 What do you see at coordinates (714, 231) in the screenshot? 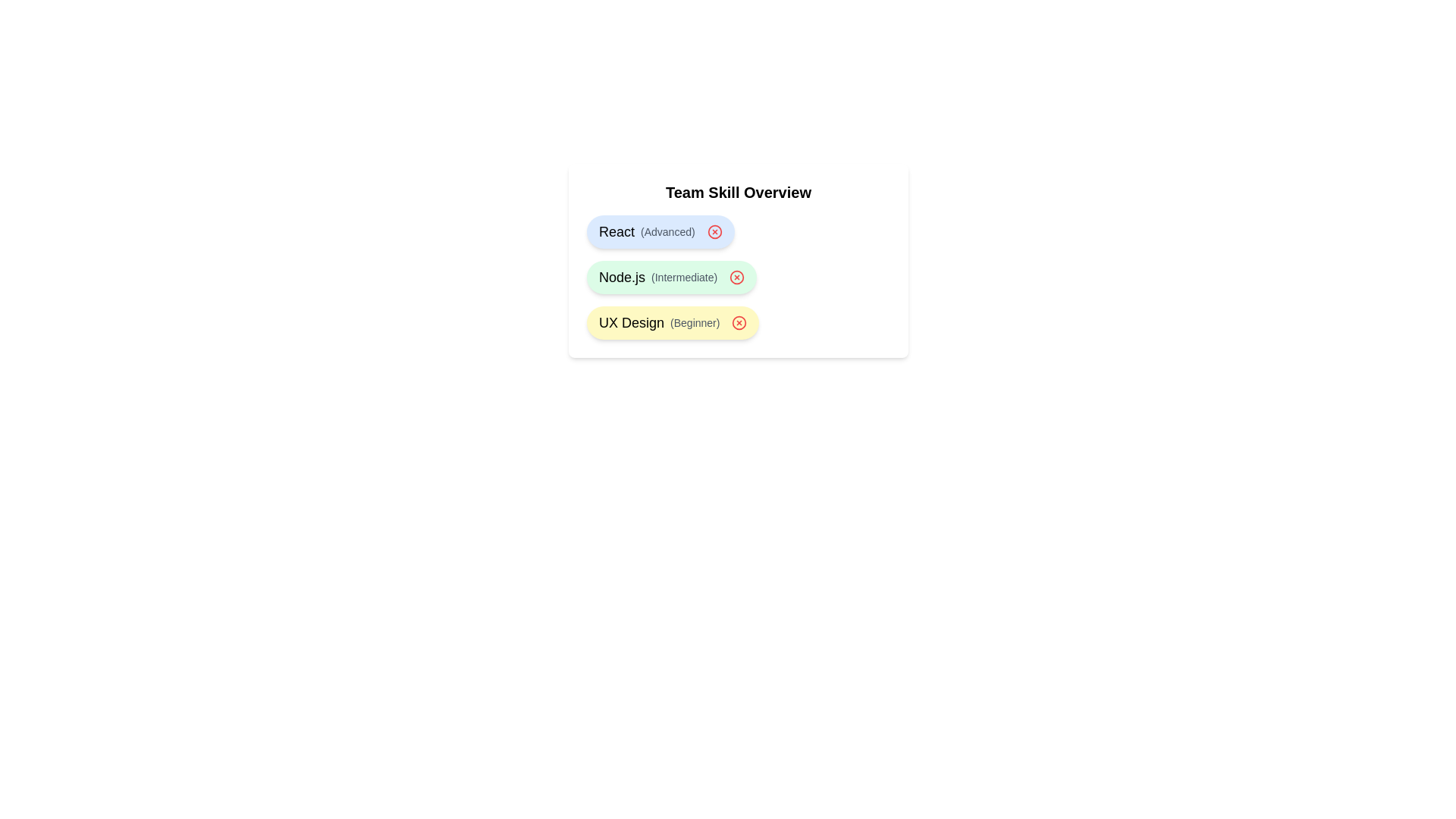
I see `delete button for the skill React` at bounding box center [714, 231].